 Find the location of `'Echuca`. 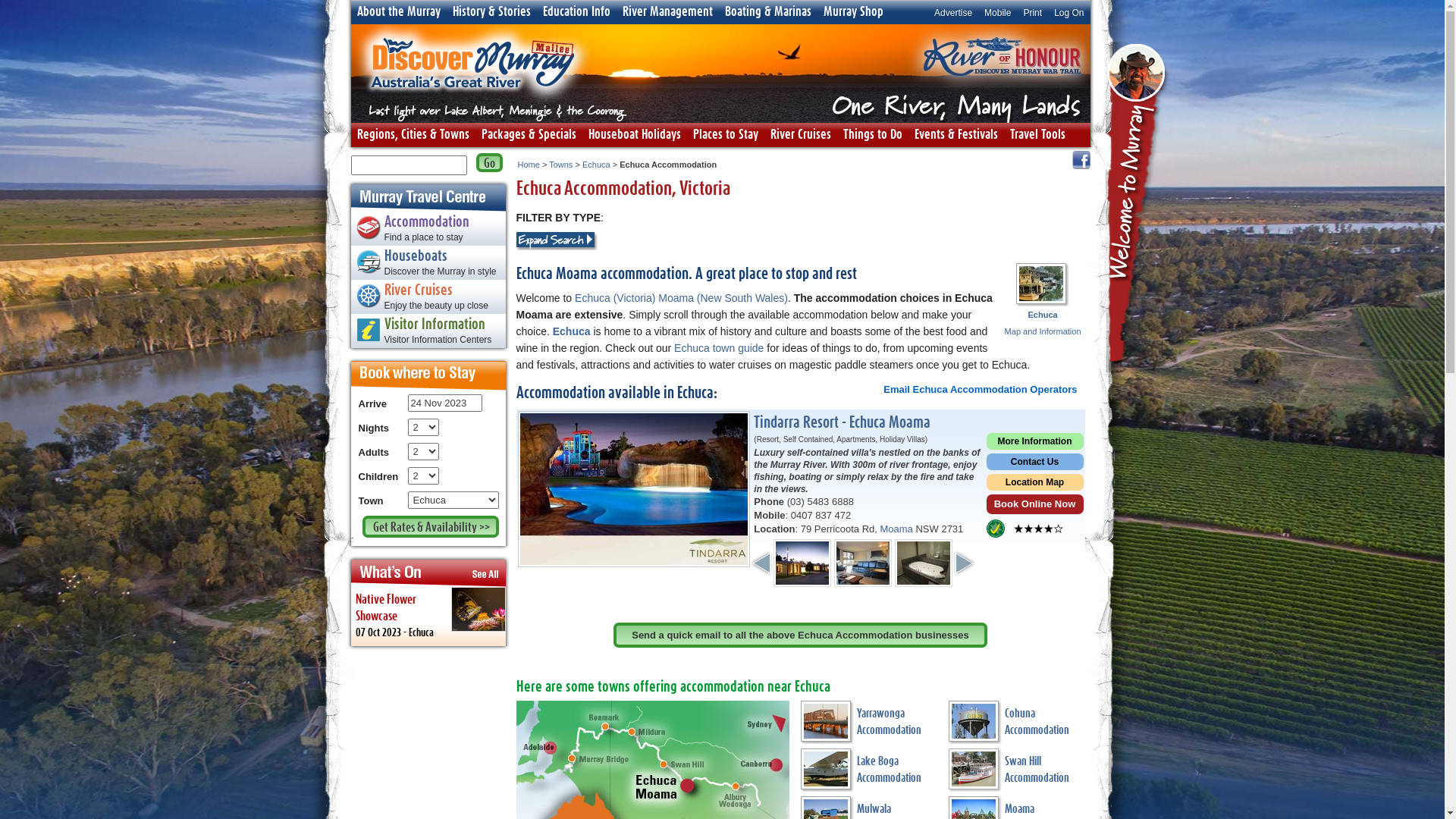

'Echuca is located at coordinates (1042, 322).